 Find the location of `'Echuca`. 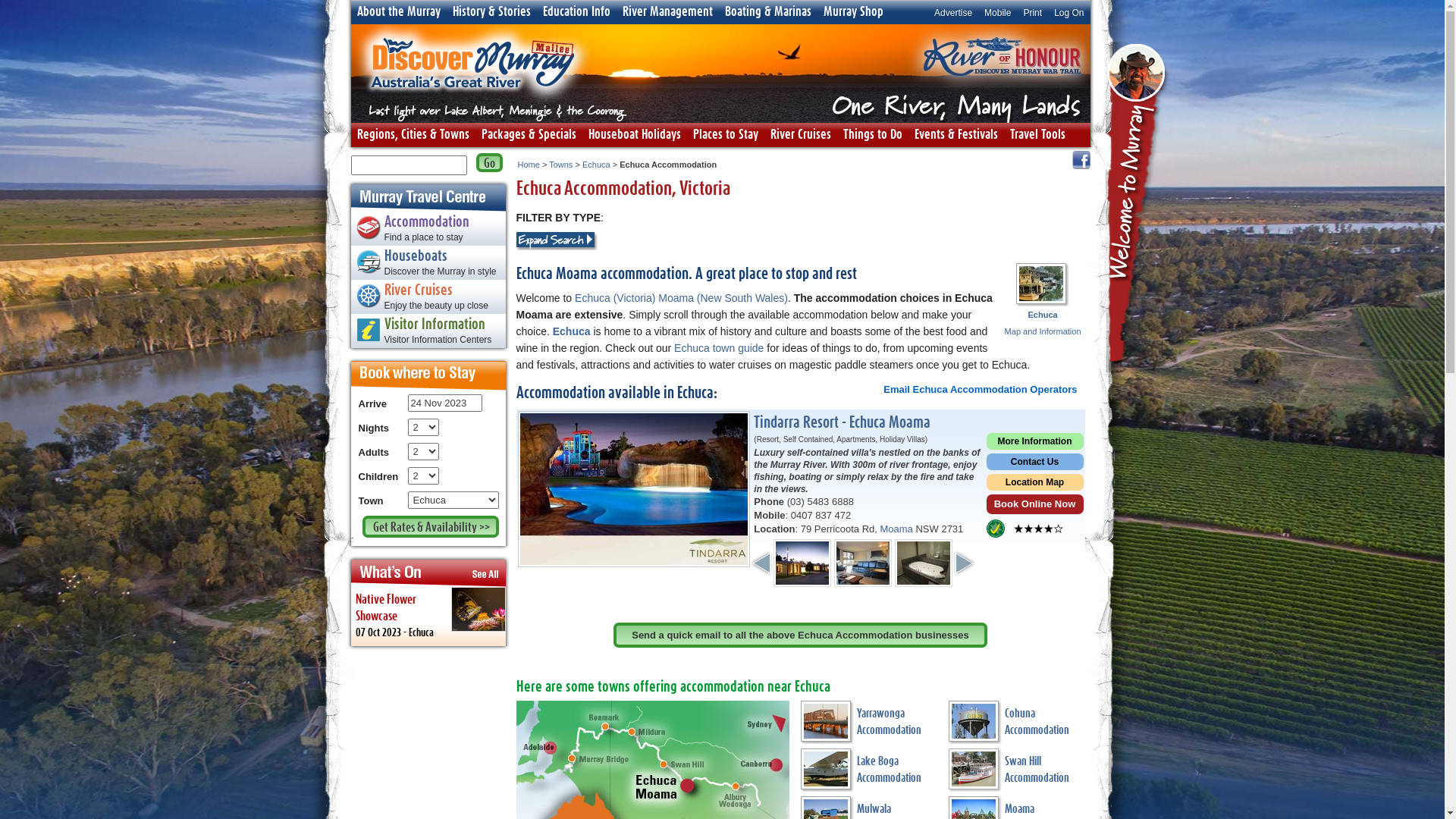

'Echuca is located at coordinates (1042, 322).